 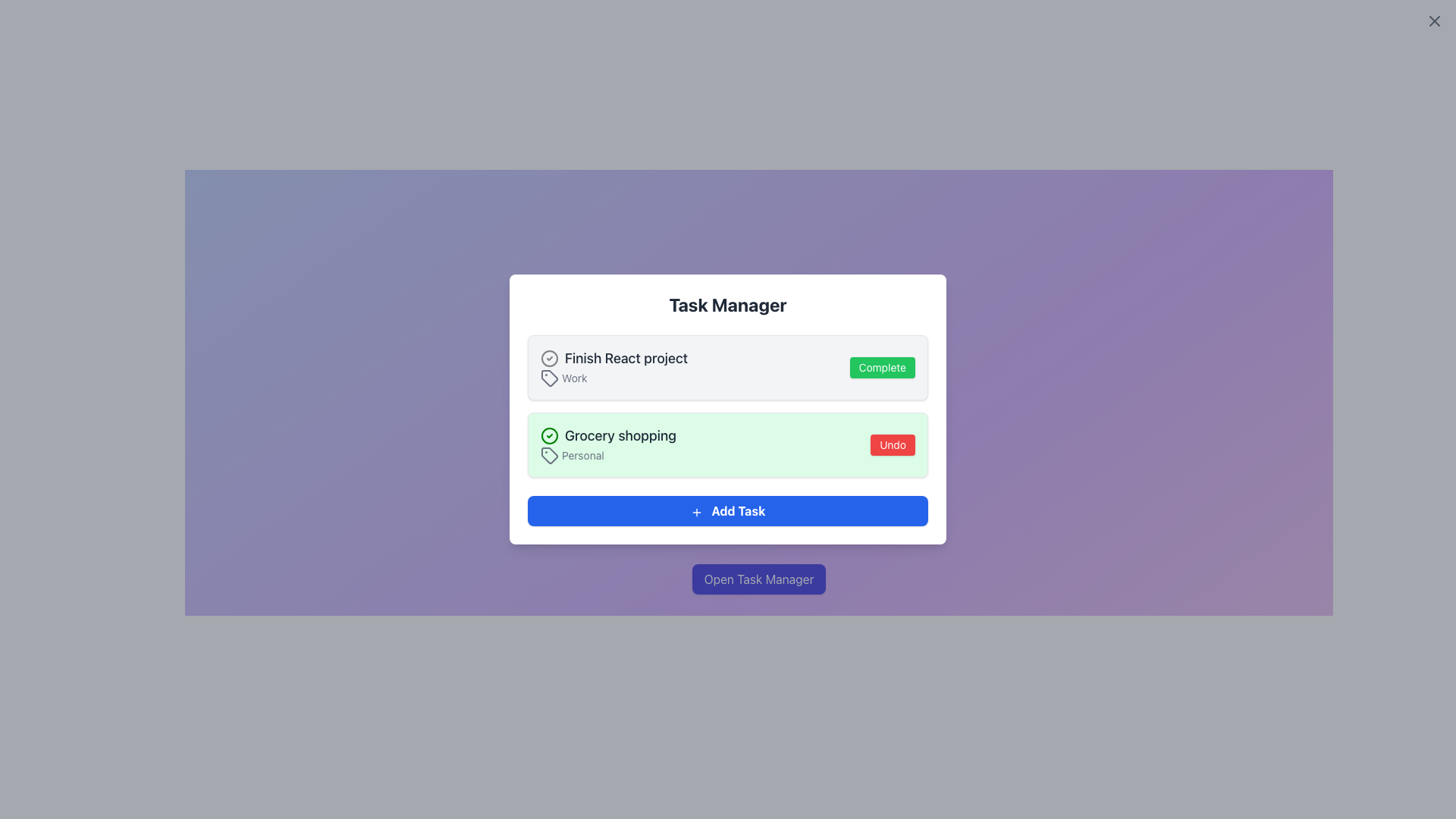 I want to click on the SVG icon that serves as a visual indicator for the 'Finish React project' task, located to the left of the 'Work' text in the task manager interface, so click(x=548, y=377).